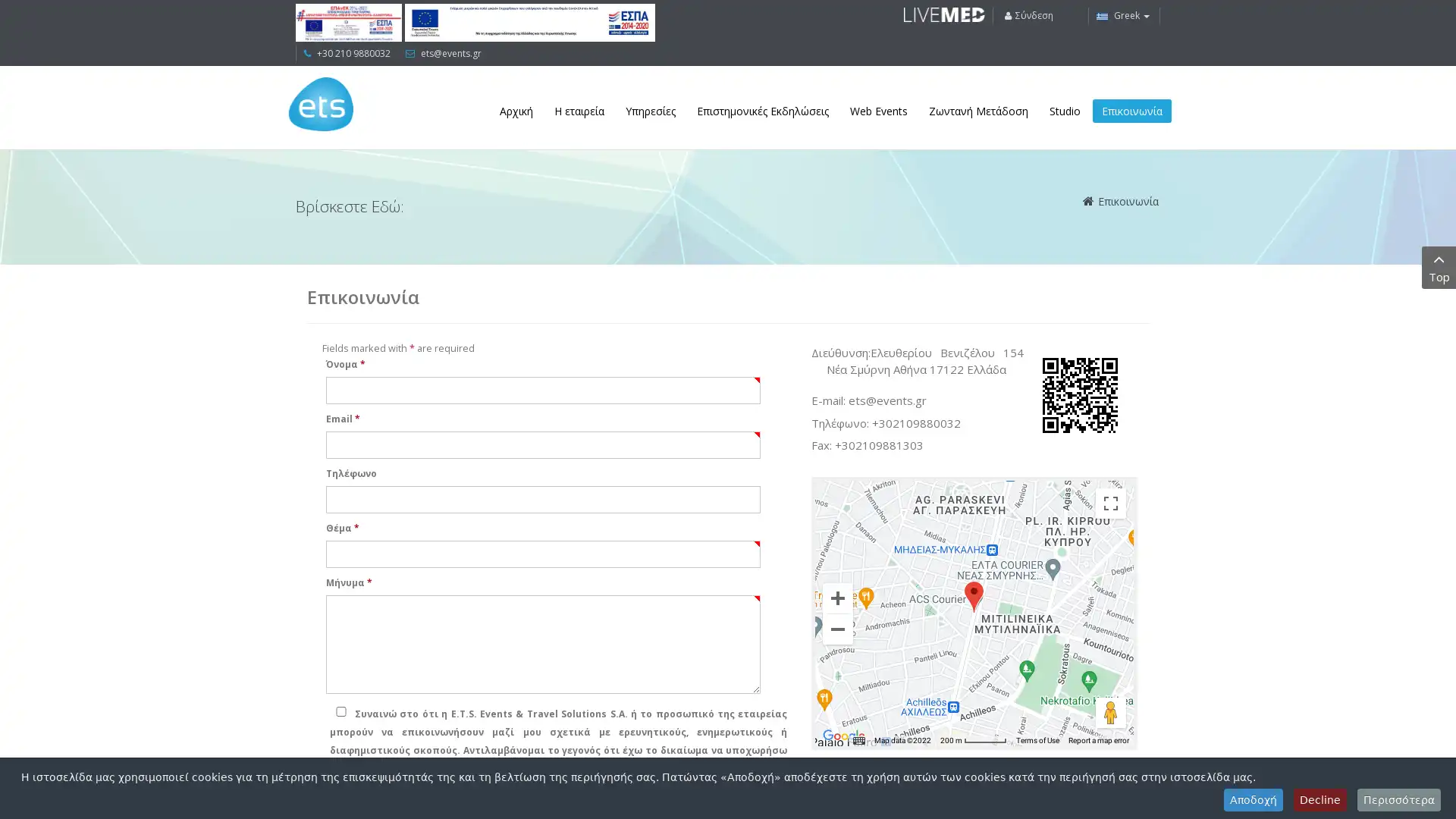 This screenshot has height=819, width=1456. I want to click on Keyboard shortcuts, so click(858, 739).